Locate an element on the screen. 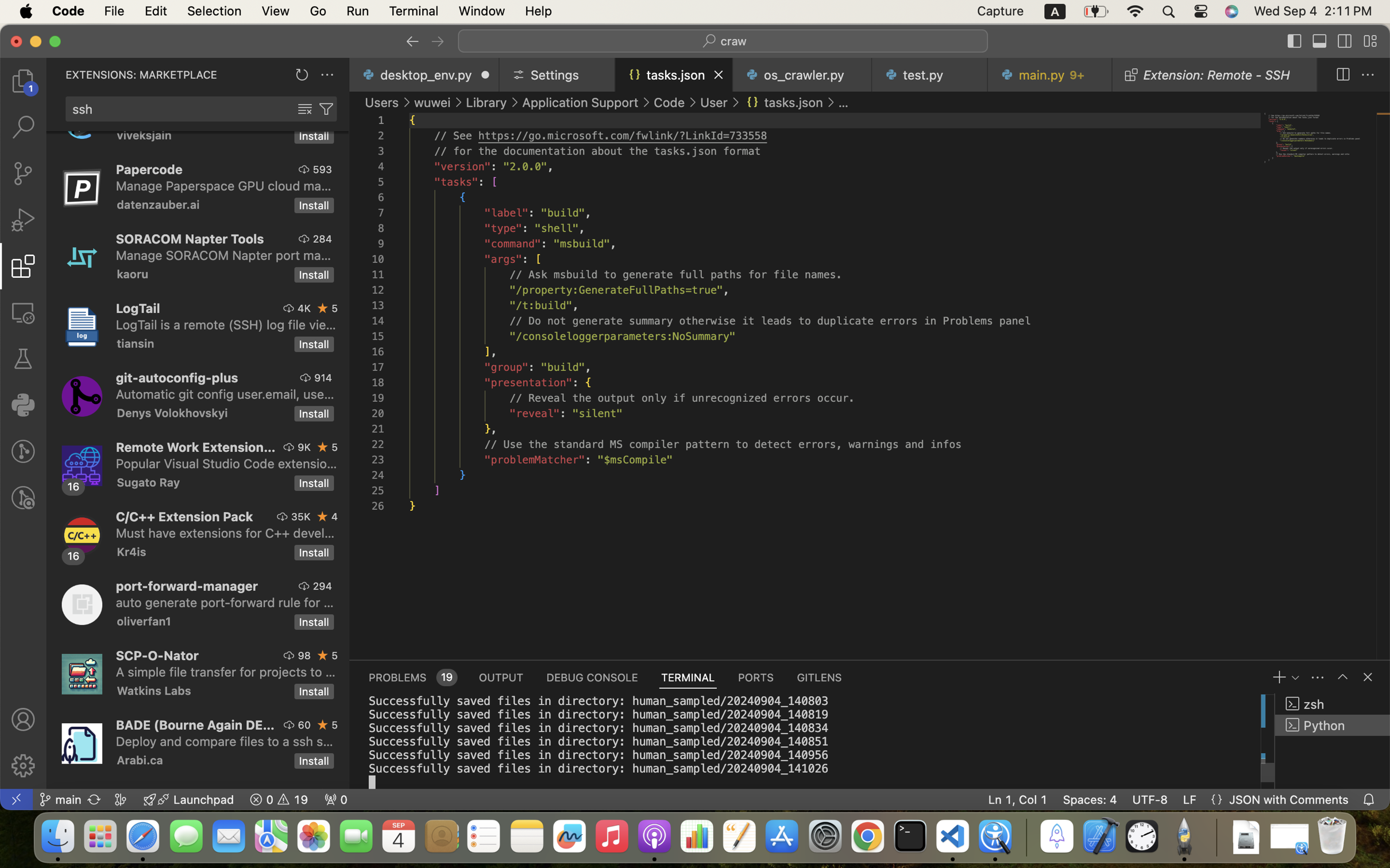 Image resolution: width=1390 pixels, height=868 pixels. '98' is located at coordinates (304, 655).